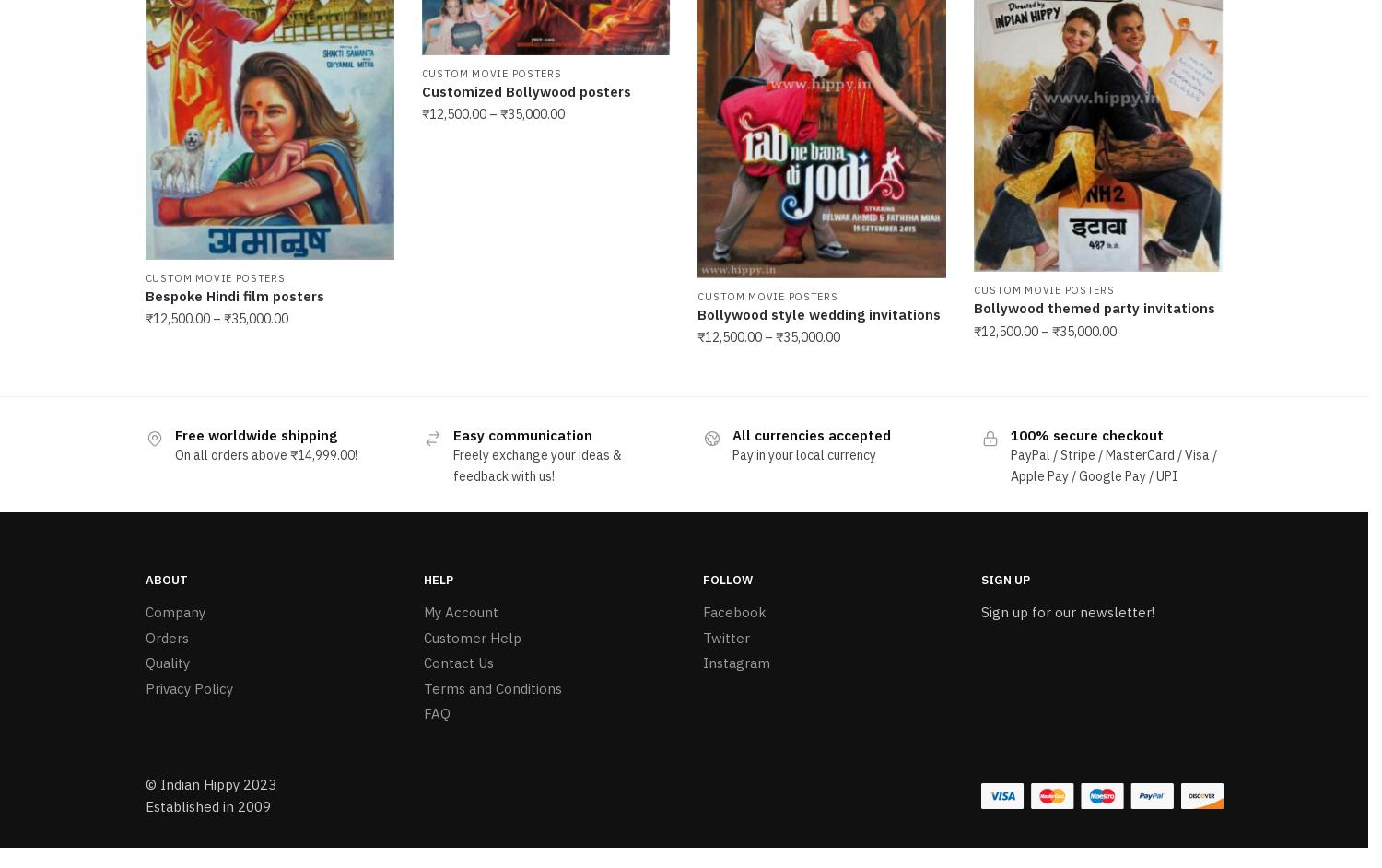  Describe the element at coordinates (420, 88) in the screenshot. I see `'Customized Bollywood posters'` at that location.